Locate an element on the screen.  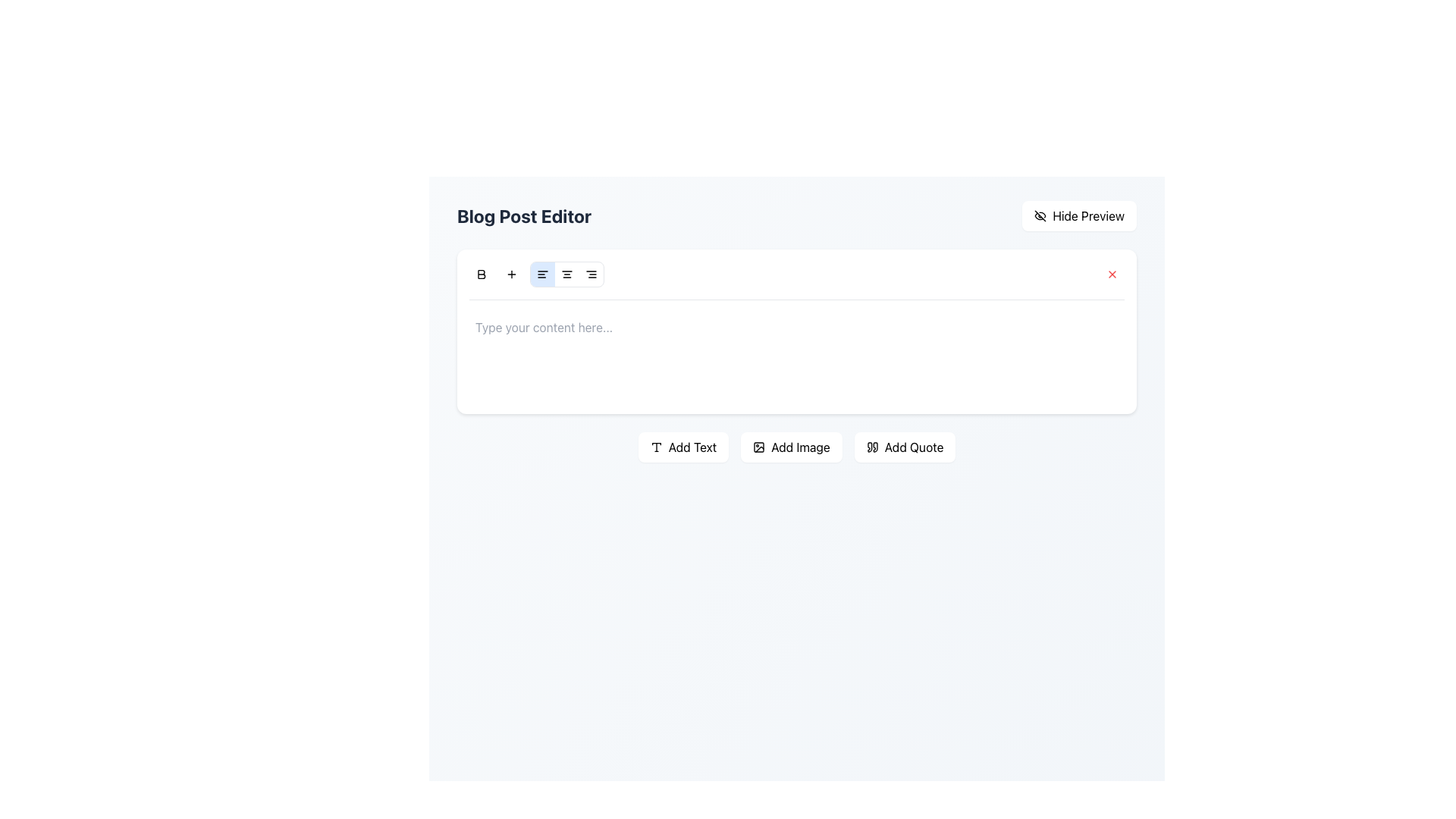
the center alignment button in the top toolbar of the Blog Post Editor to apply center alignment to the selected text or content is located at coordinates (566, 275).